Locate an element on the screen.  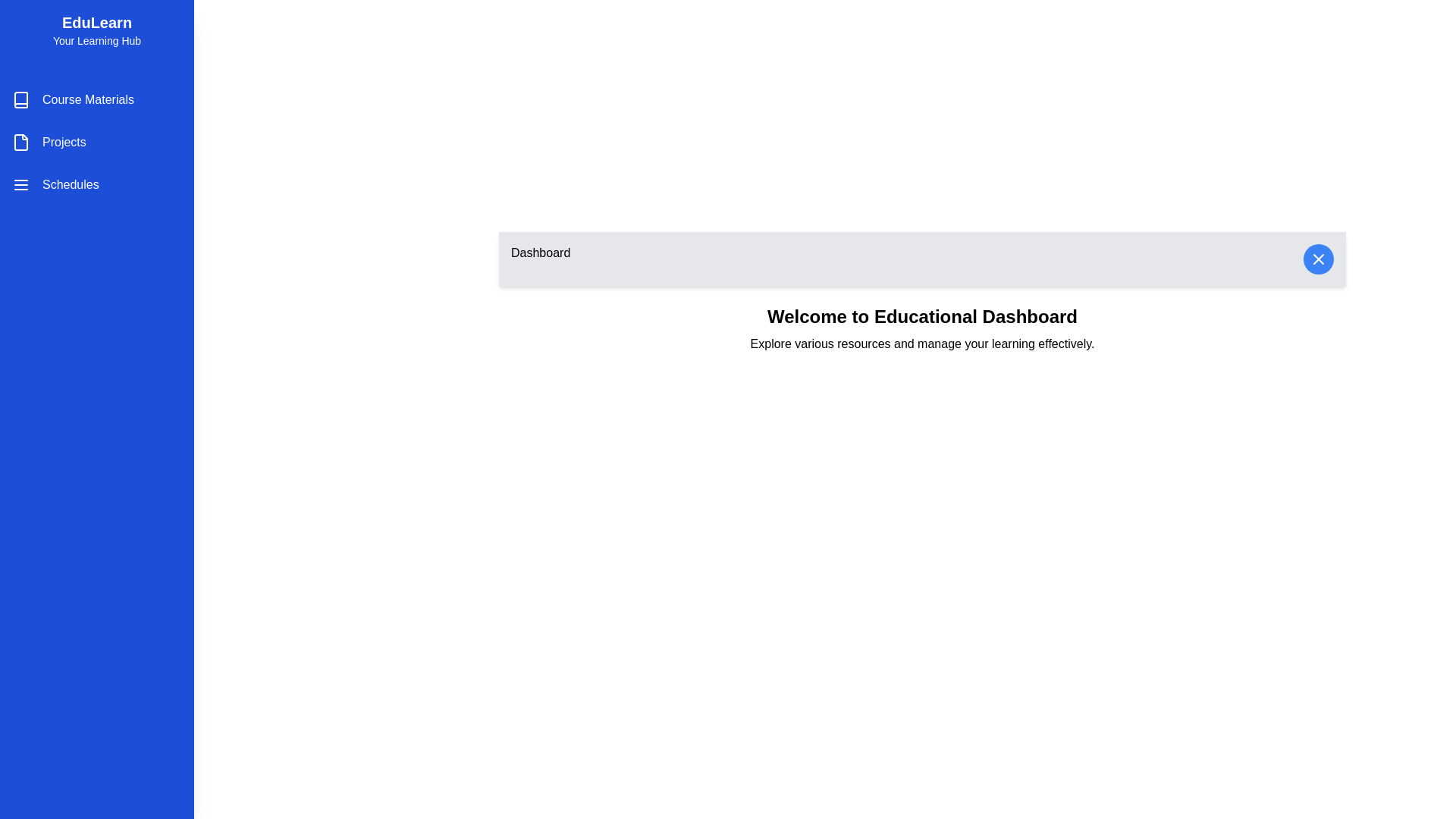
text description located under the headline 'Welcome to Educational Dashboard', which is centered within a gray-highlighted section is located at coordinates (921, 344).